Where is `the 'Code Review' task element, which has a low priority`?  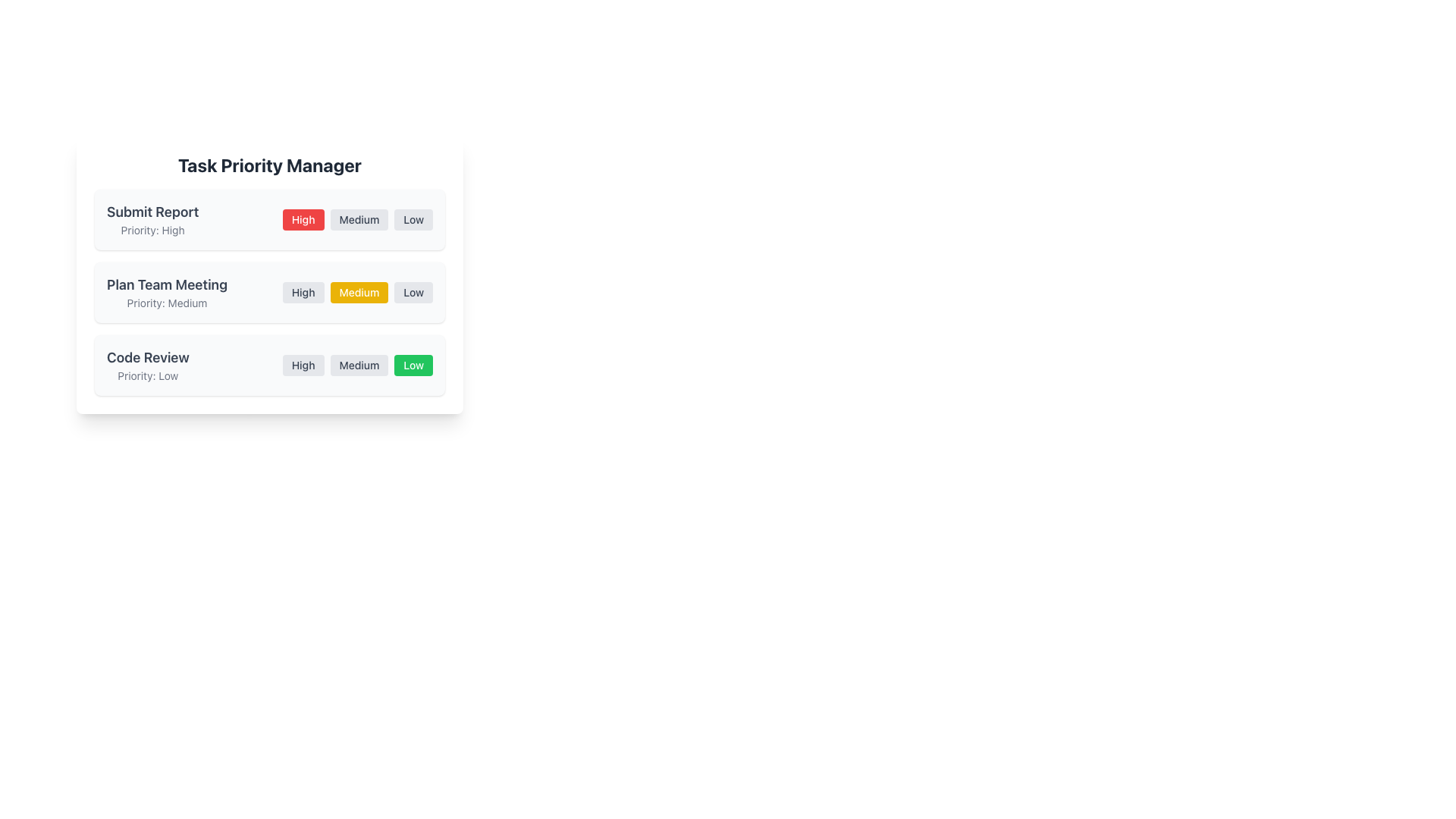 the 'Code Review' task element, which has a low priority is located at coordinates (148, 366).